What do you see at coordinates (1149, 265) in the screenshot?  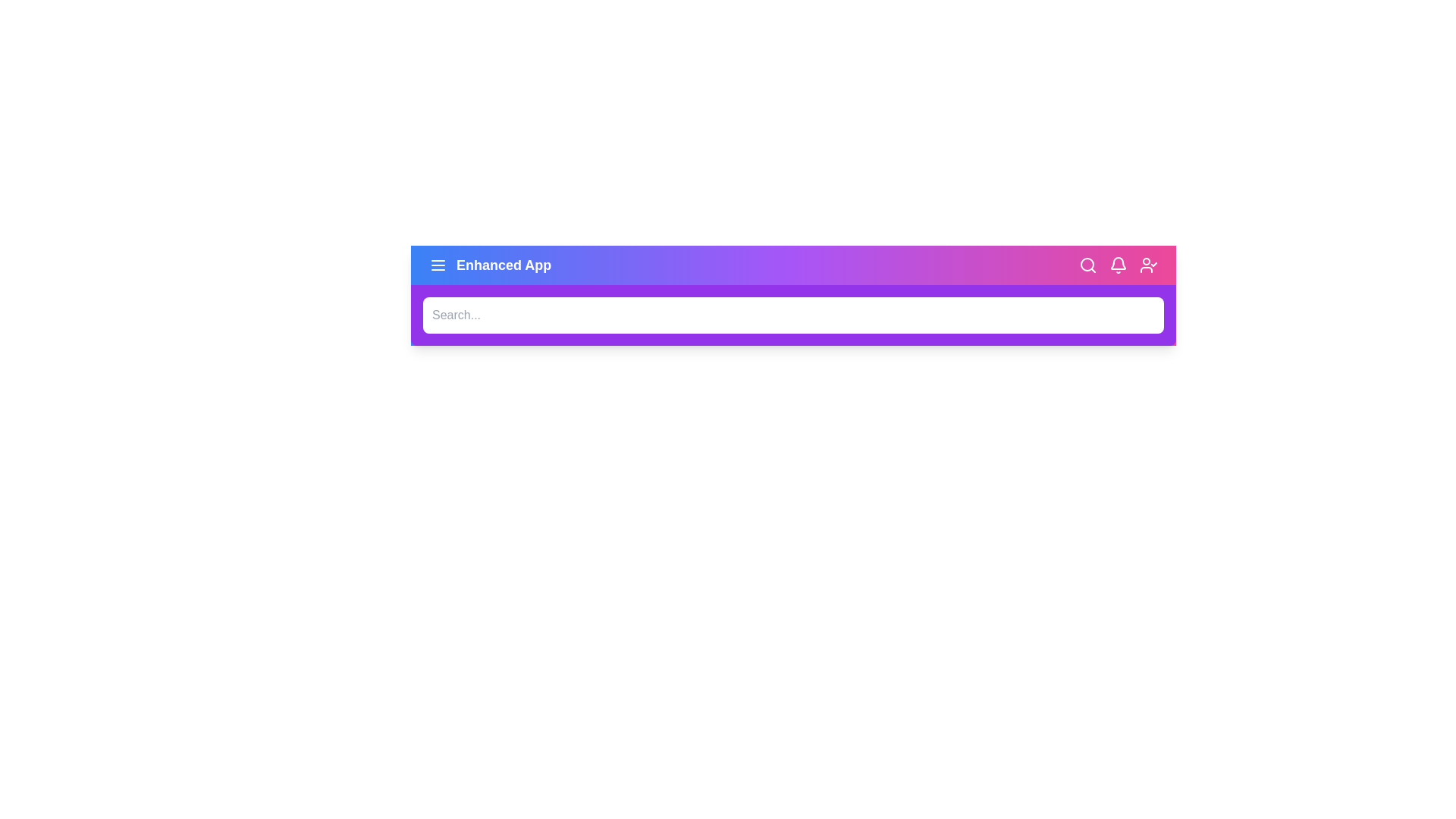 I see `the 'User' icon to open the user settings` at bounding box center [1149, 265].